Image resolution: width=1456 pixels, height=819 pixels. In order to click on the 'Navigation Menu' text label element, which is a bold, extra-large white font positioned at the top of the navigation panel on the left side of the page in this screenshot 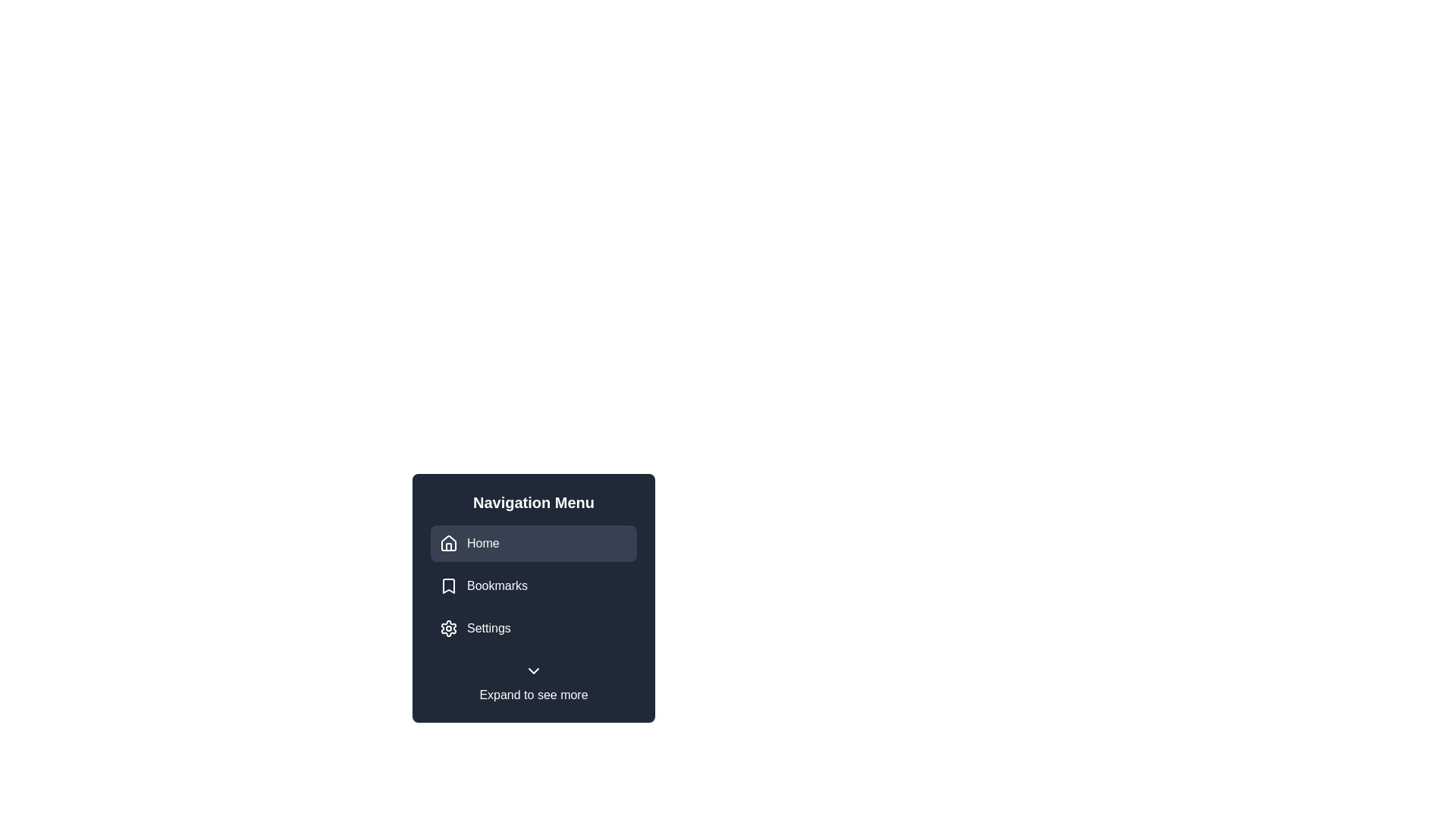, I will do `click(534, 503)`.